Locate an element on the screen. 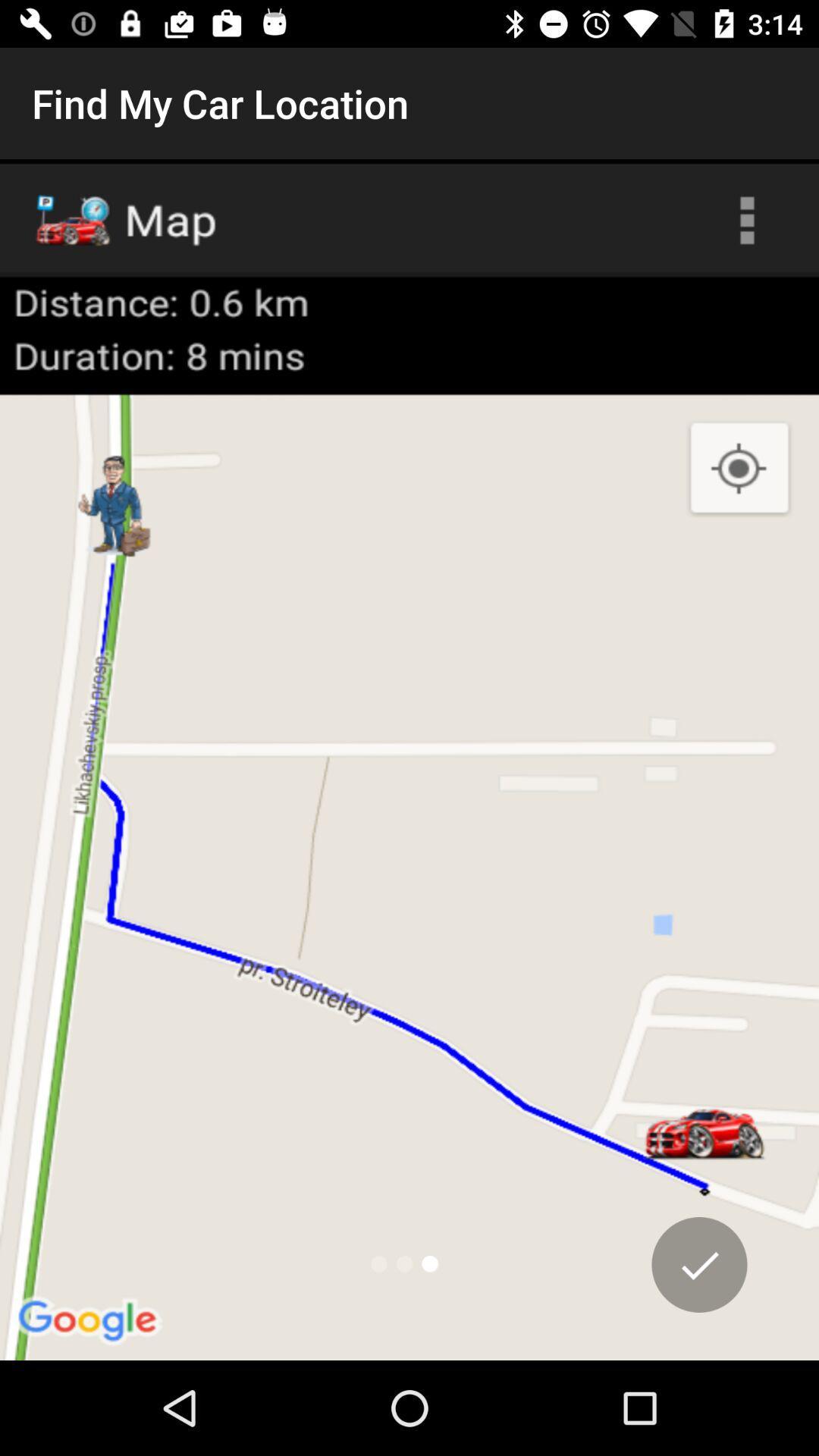 Image resolution: width=819 pixels, height=1456 pixels. the check icon is located at coordinates (699, 1264).